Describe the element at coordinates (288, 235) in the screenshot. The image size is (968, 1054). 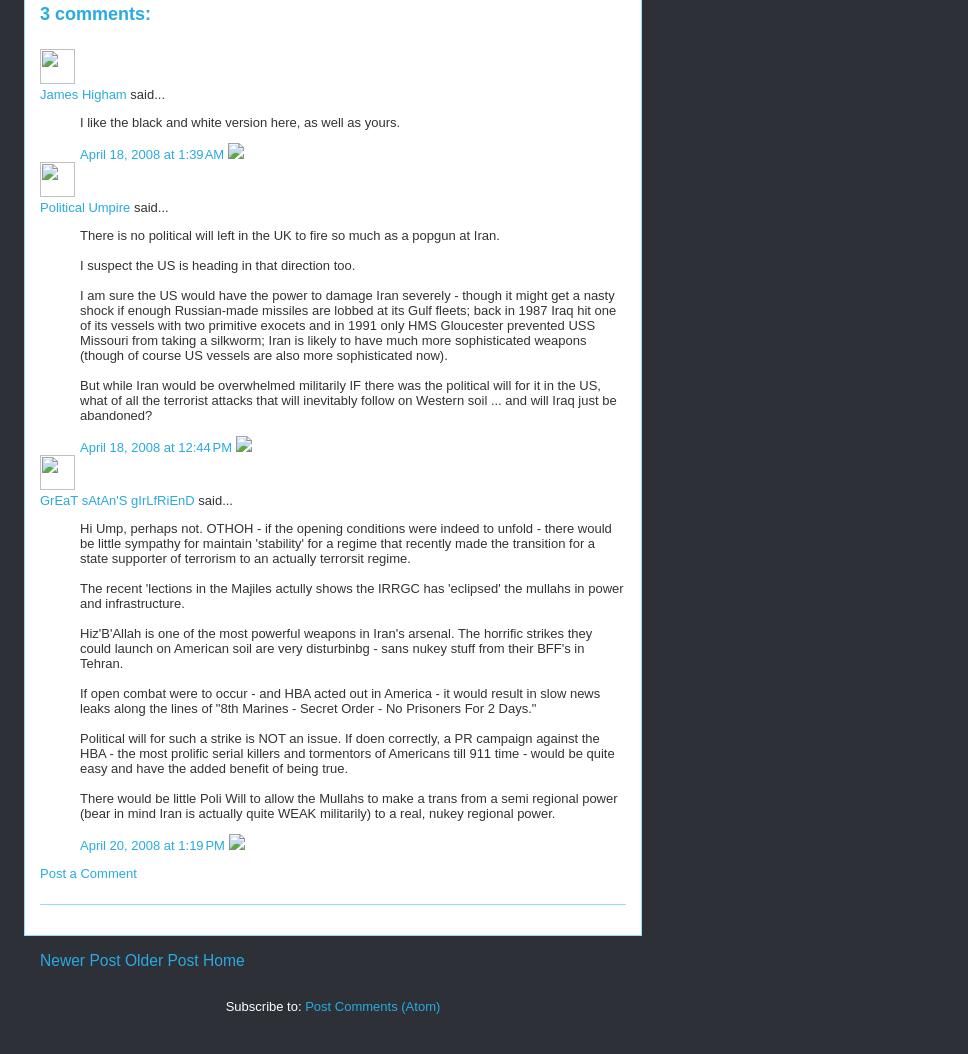
I see `'There is no political will left in the UK to fire so much as a popgun at Iran.'` at that location.